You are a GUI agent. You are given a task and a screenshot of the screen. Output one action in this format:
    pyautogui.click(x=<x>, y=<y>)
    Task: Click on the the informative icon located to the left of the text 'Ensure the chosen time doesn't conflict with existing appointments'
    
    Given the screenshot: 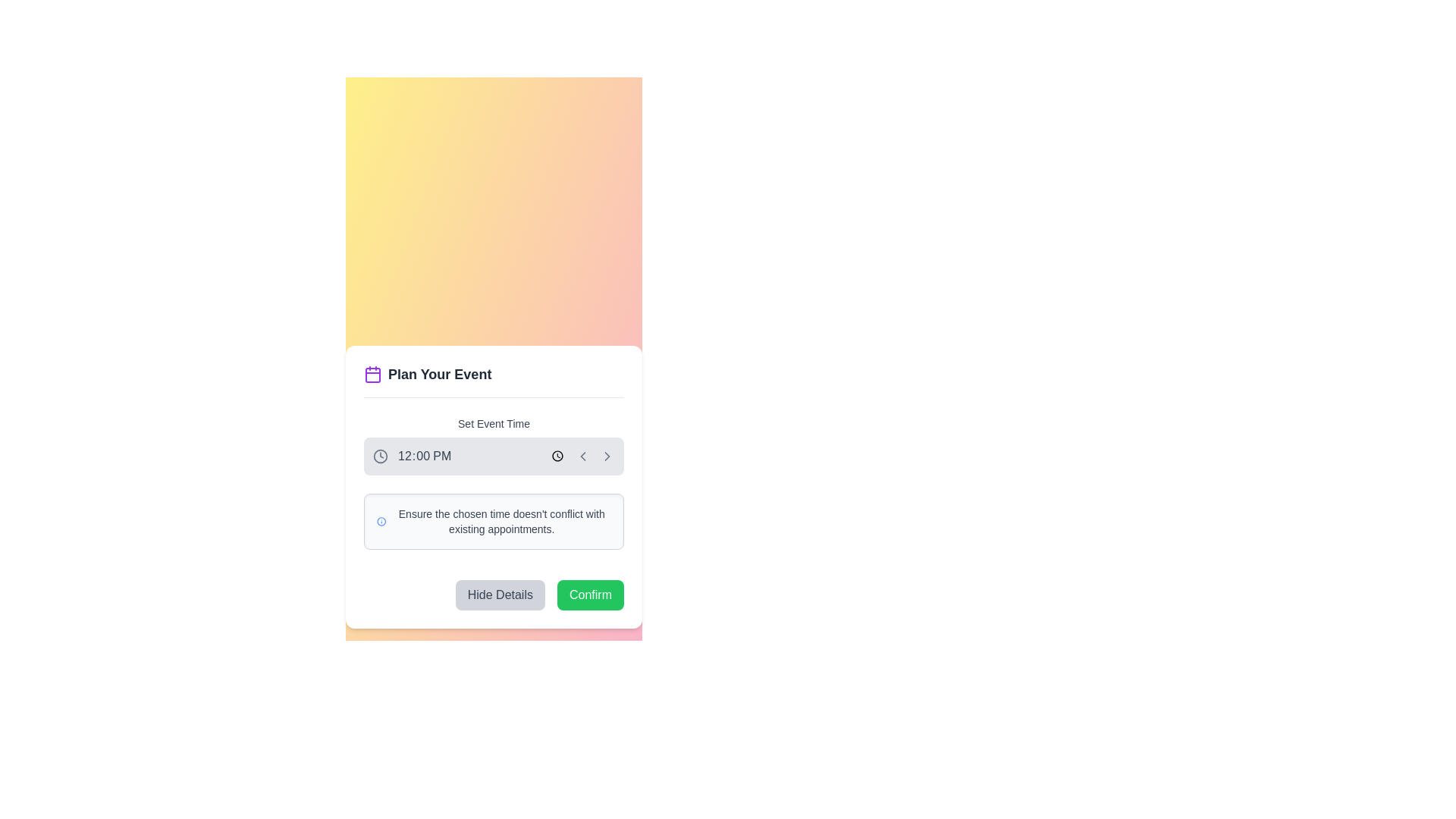 What is the action you would take?
    pyautogui.click(x=381, y=520)
    